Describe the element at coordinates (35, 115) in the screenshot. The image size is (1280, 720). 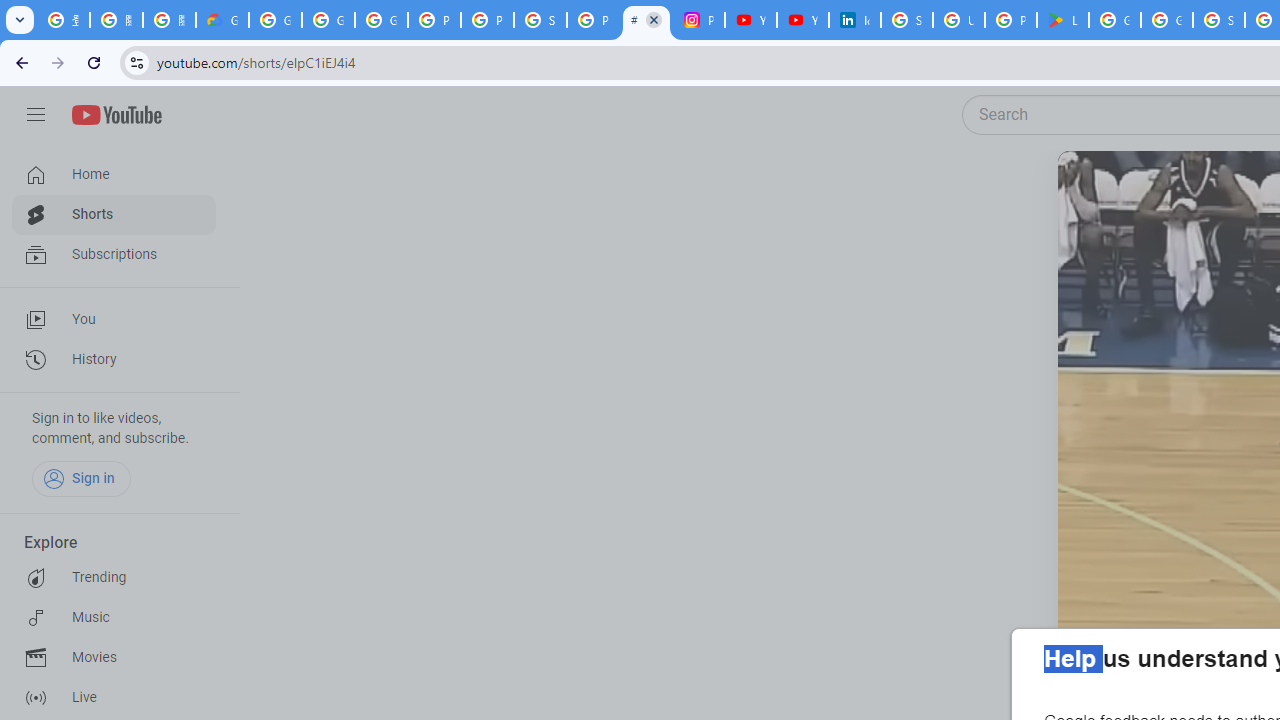
I see `'Guide'` at that location.